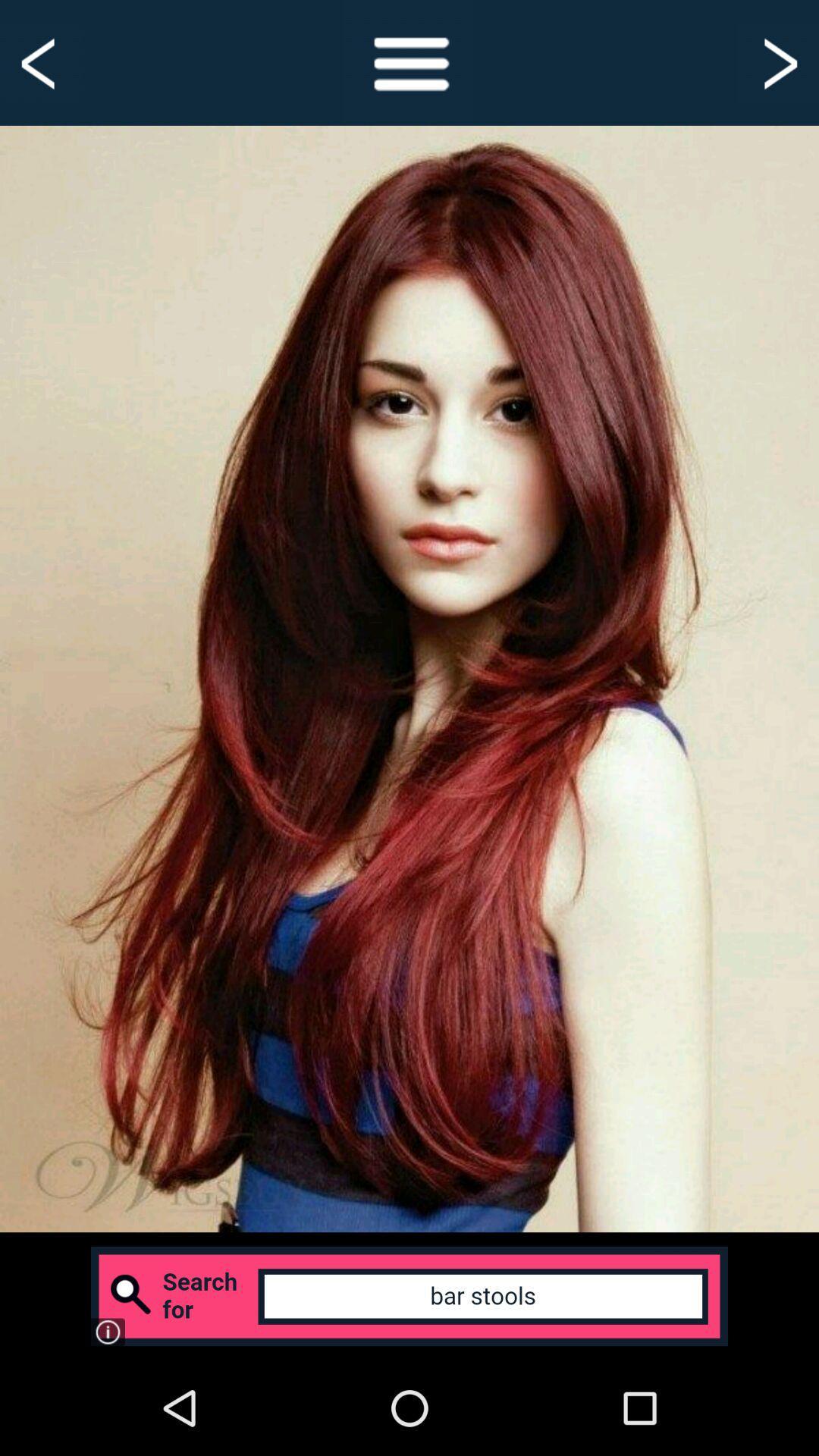  What do you see at coordinates (40, 61) in the screenshot?
I see `the button is used to go back` at bounding box center [40, 61].